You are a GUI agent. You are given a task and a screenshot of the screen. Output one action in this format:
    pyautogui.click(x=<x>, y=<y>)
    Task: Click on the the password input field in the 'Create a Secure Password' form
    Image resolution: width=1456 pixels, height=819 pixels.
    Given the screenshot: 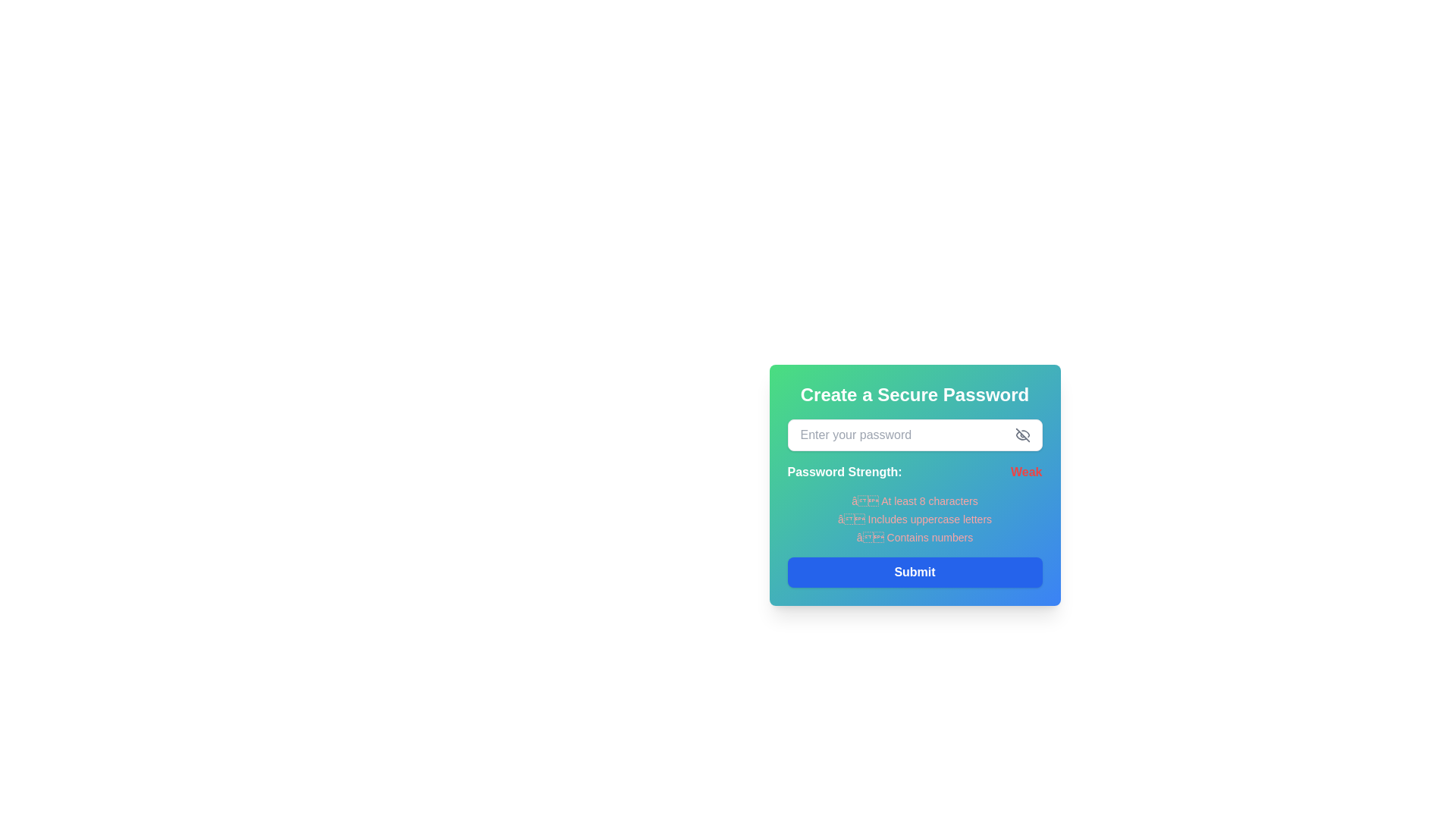 What is the action you would take?
    pyautogui.click(x=914, y=435)
    